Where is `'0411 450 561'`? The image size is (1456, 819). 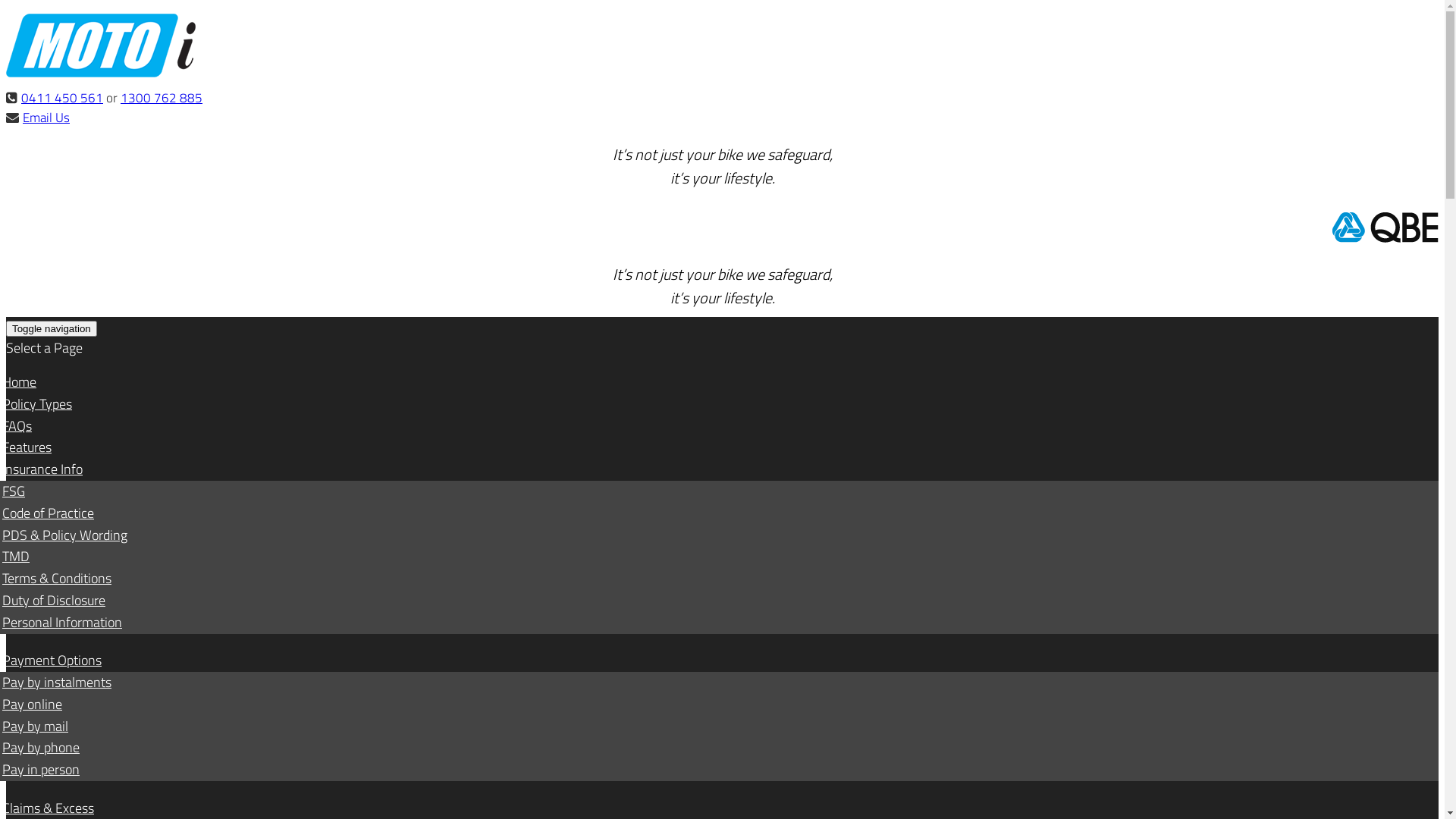
'0411 450 561' is located at coordinates (61, 97).